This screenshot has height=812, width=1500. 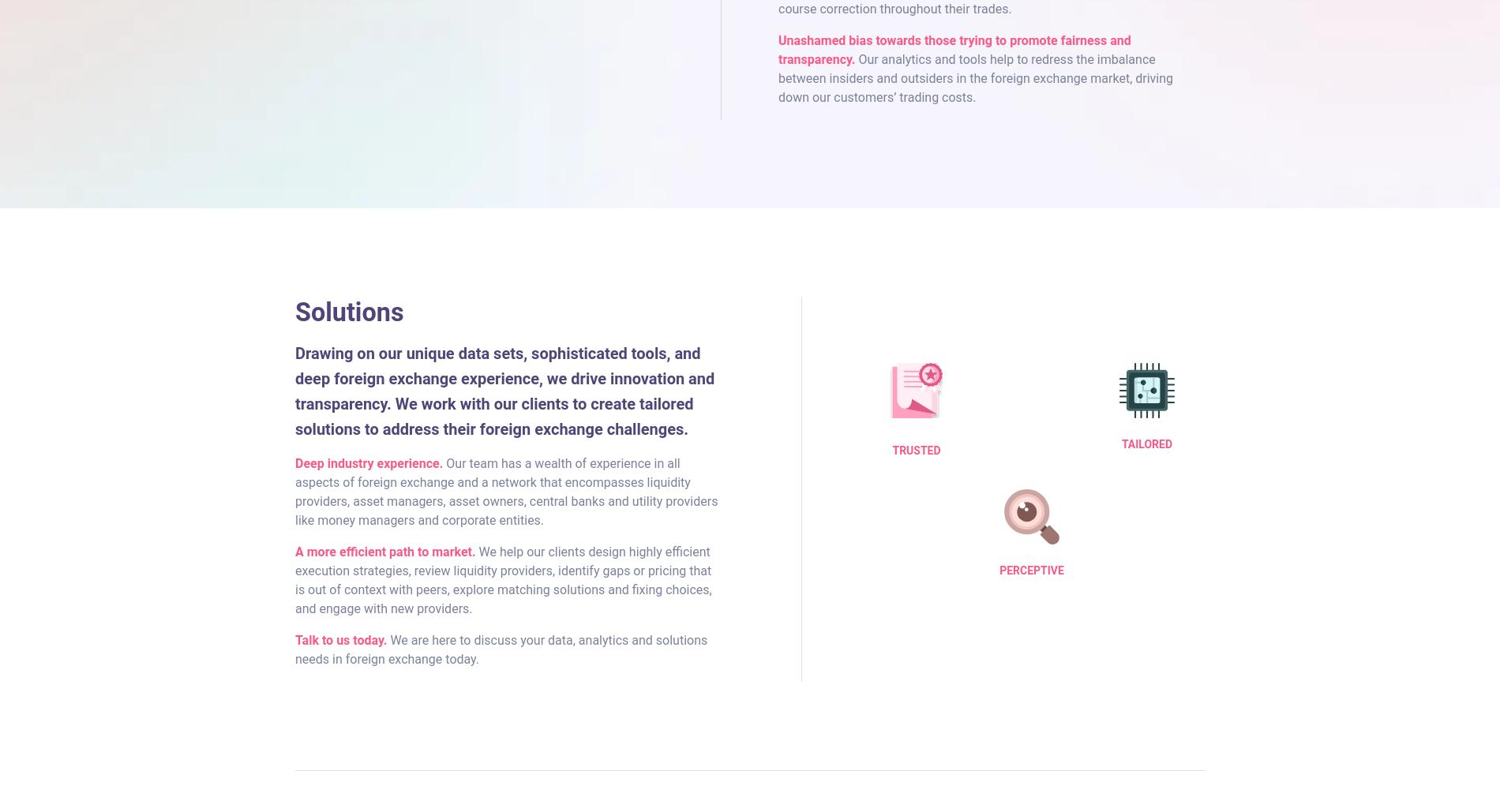 What do you see at coordinates (384, 550) in the screenshot?
I see `'A more efficient path to market.'` at bounding box center [384, 550].